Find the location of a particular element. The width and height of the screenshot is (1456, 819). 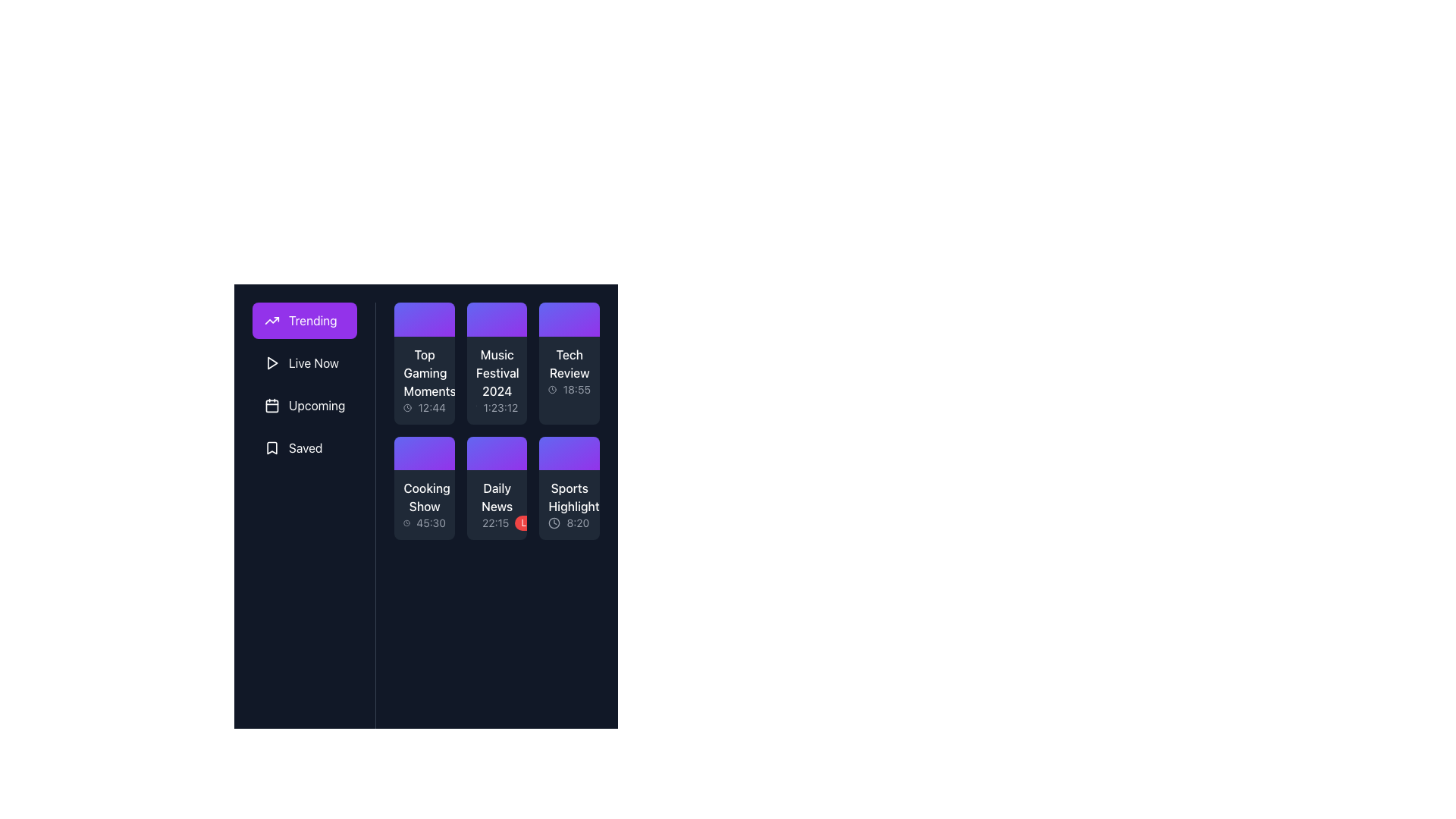

the SVG circle element that represents a part of a clock within the third card under the 'Tech Review' label is located at coordinates (552, 388).